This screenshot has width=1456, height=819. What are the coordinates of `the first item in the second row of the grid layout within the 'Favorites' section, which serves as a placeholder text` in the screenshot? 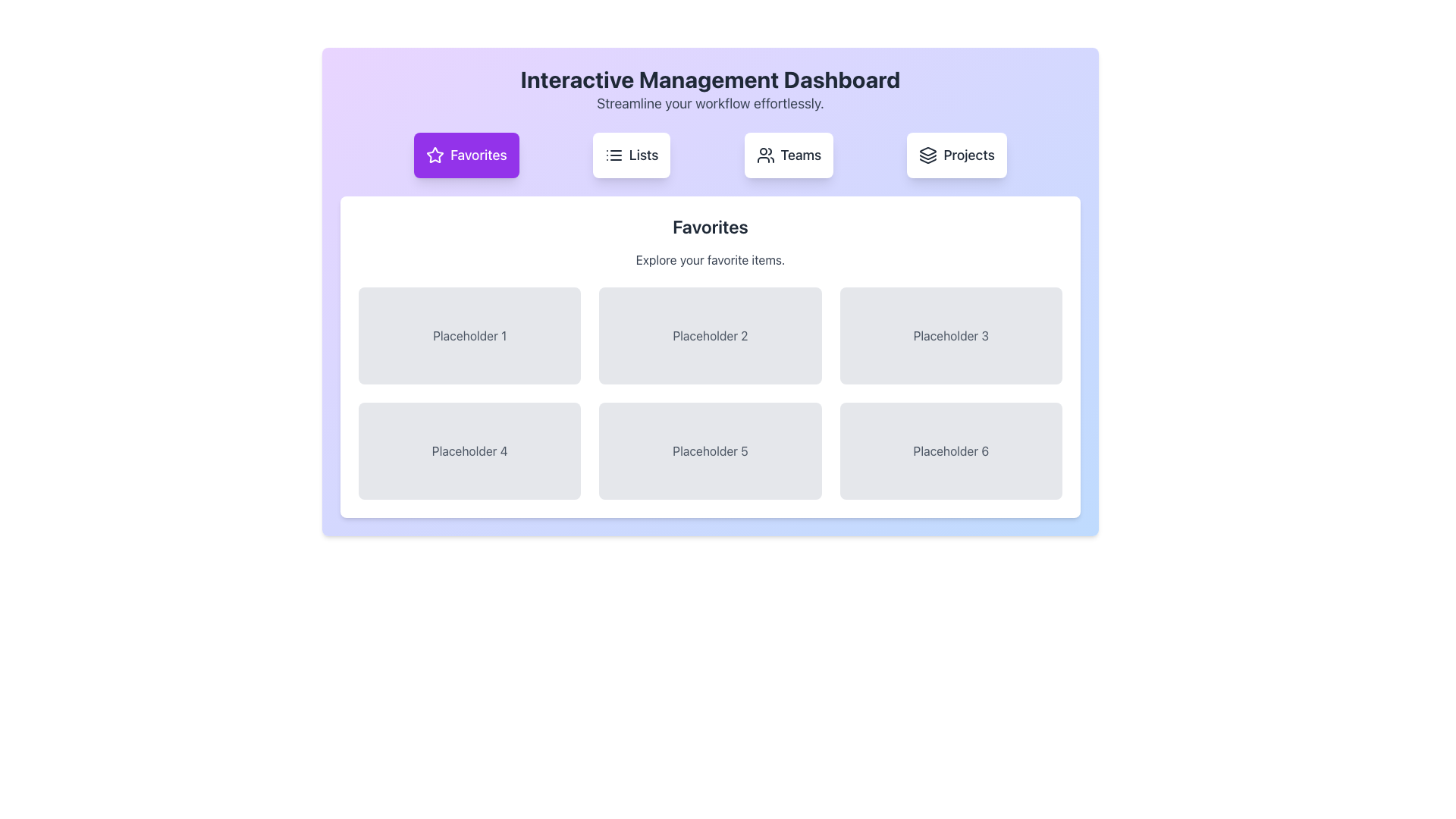 It's located at (469, 450).